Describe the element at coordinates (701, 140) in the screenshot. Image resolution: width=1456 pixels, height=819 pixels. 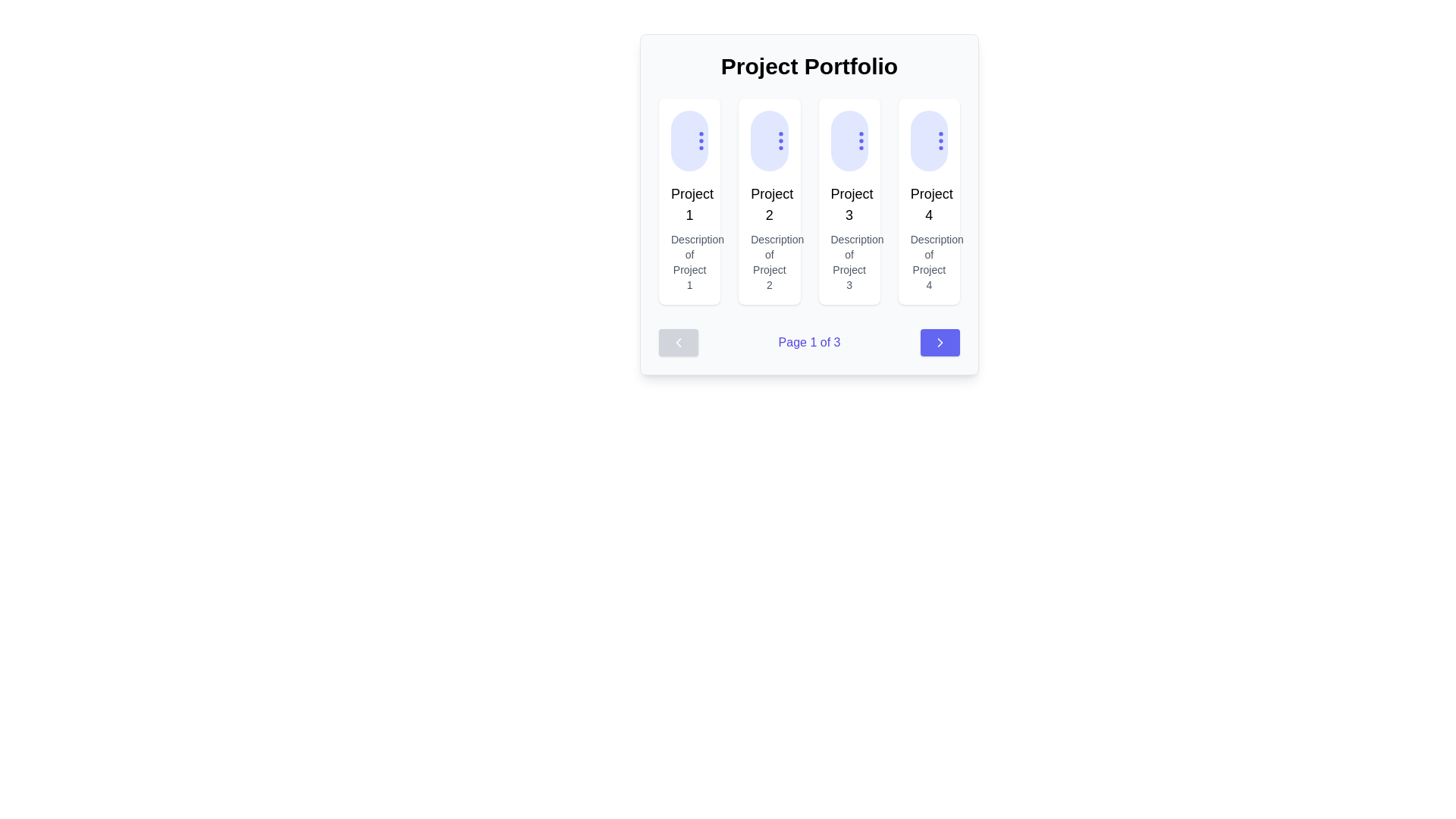
I see `the first vertical ellipsis IconButton associated with the 'Project 1' item` at that location.